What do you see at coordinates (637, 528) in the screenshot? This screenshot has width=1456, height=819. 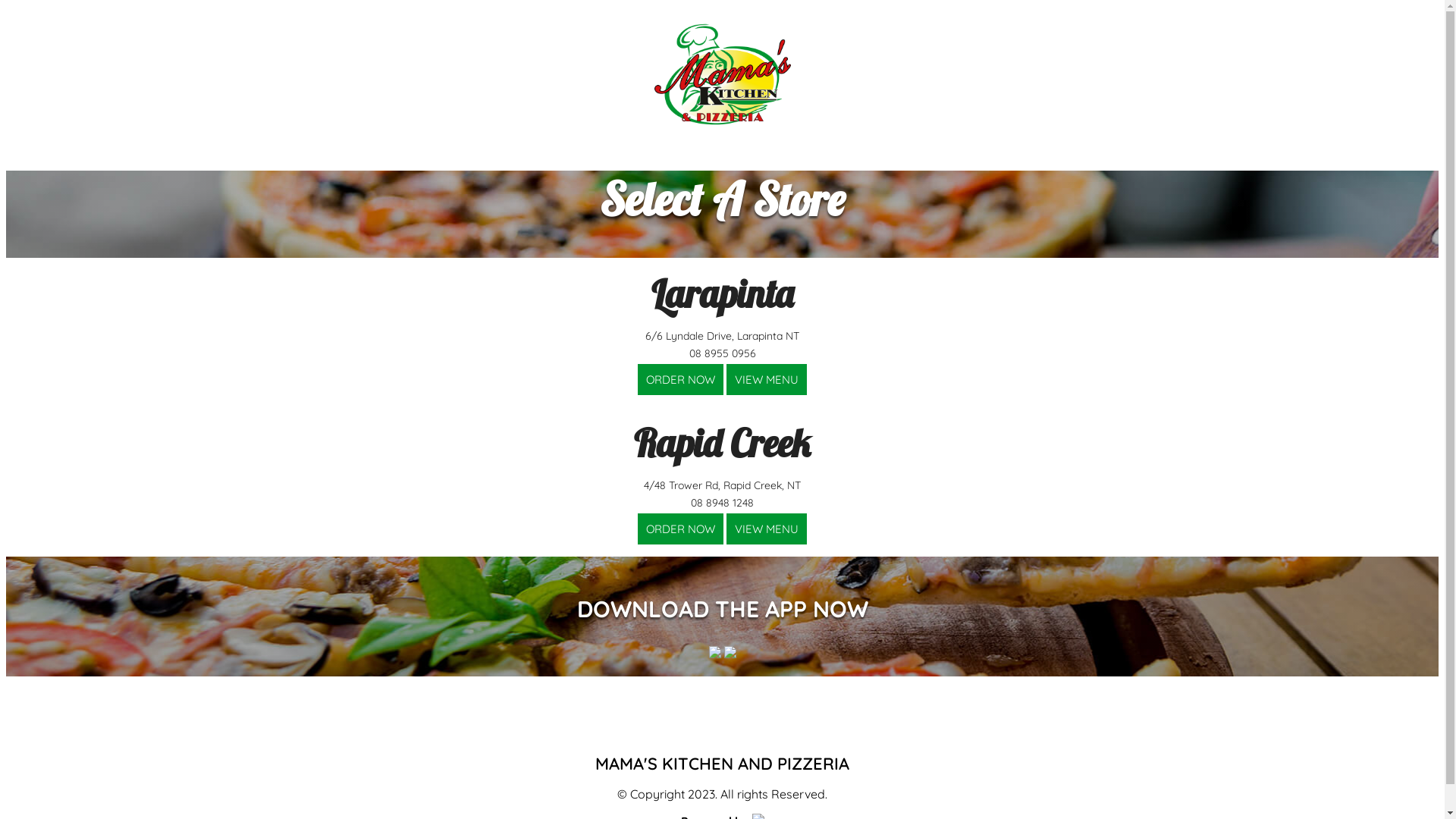 I see `'ORDER NOW'` at bounding box center [637, 528].